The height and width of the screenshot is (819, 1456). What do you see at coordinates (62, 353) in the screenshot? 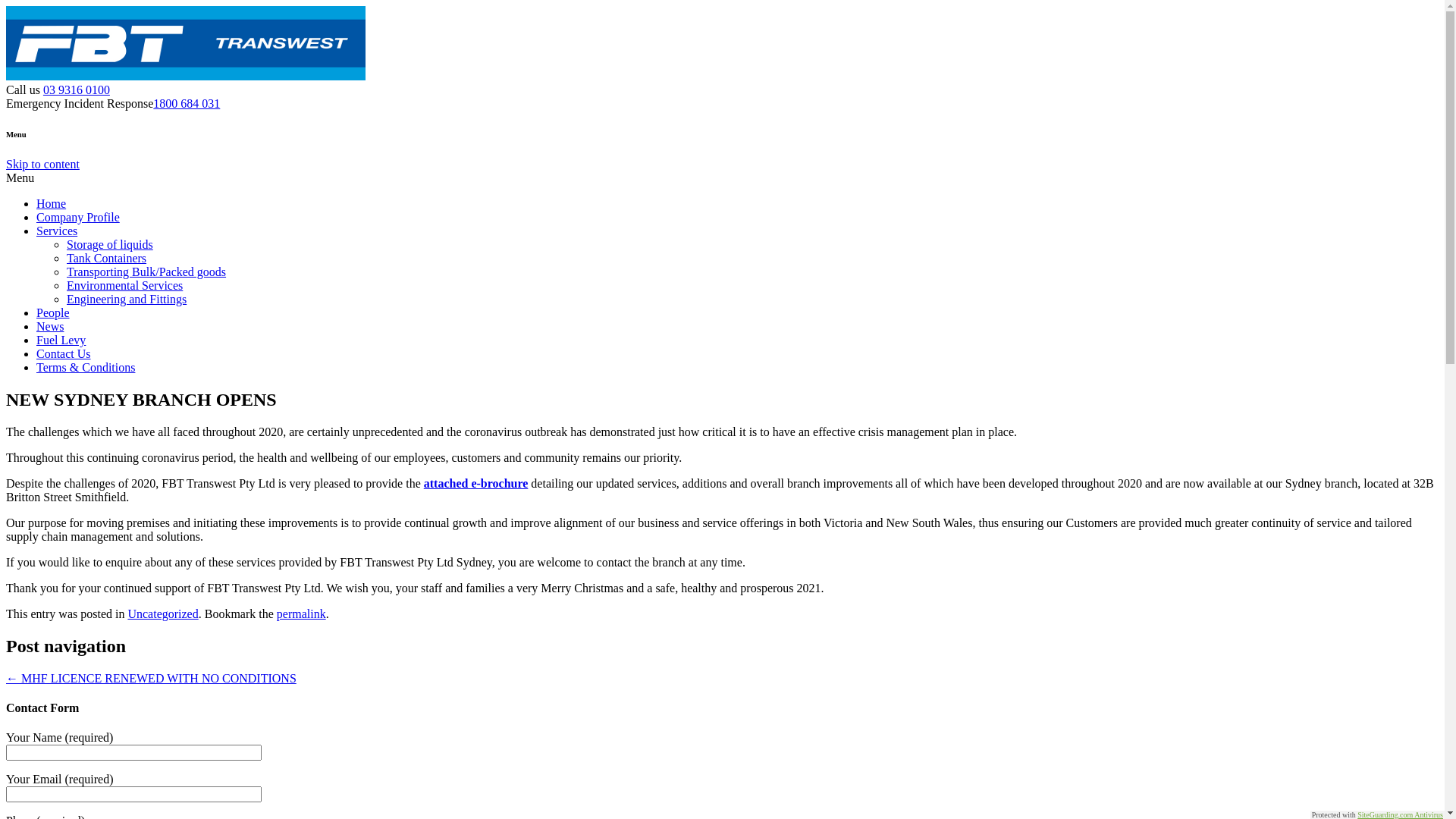
I see `'Contact Us'` at bounding box center [62, 353].